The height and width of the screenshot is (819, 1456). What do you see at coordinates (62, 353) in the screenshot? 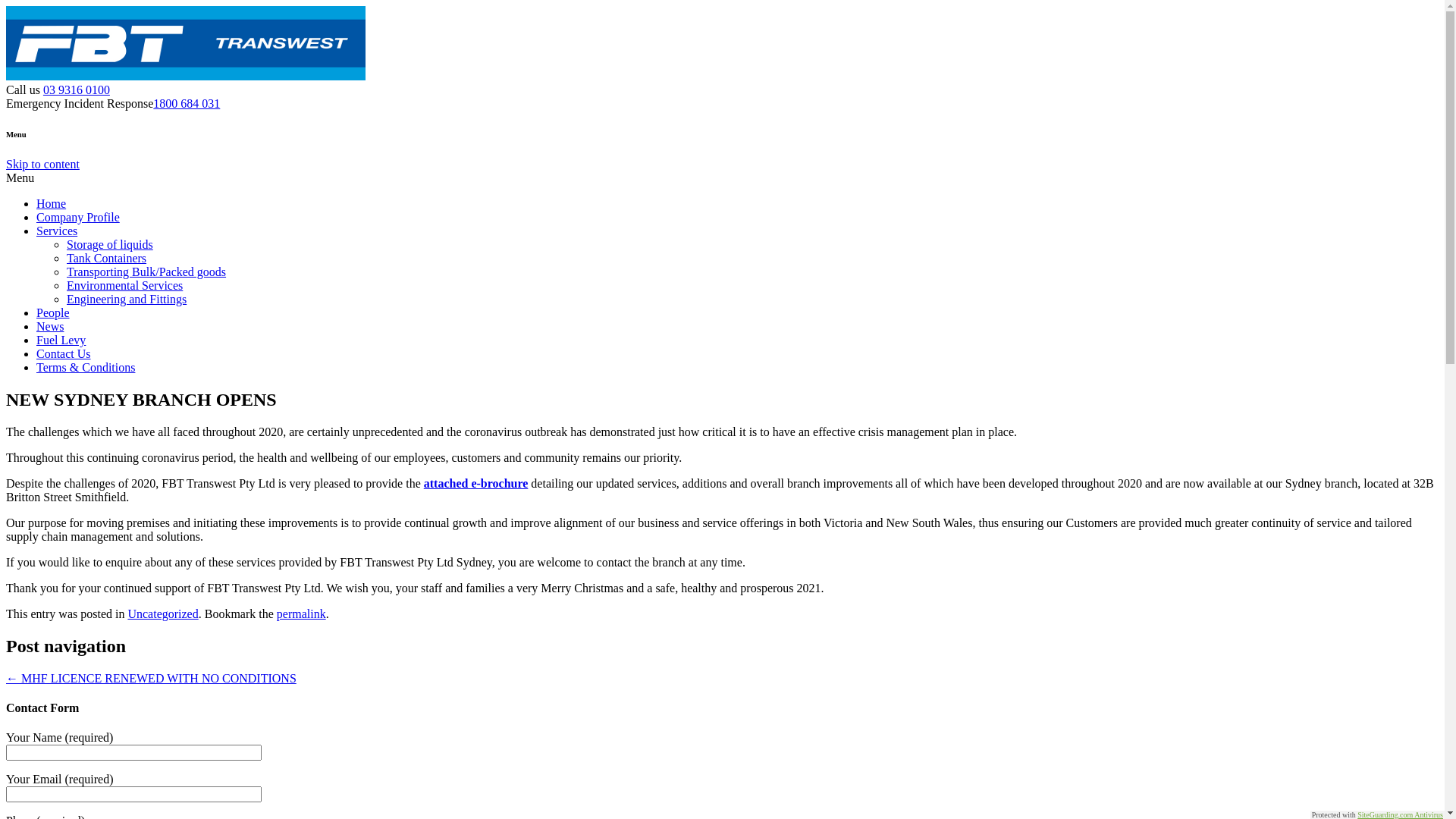
I see `'Contact Us'` at bounding box center [62, 353].